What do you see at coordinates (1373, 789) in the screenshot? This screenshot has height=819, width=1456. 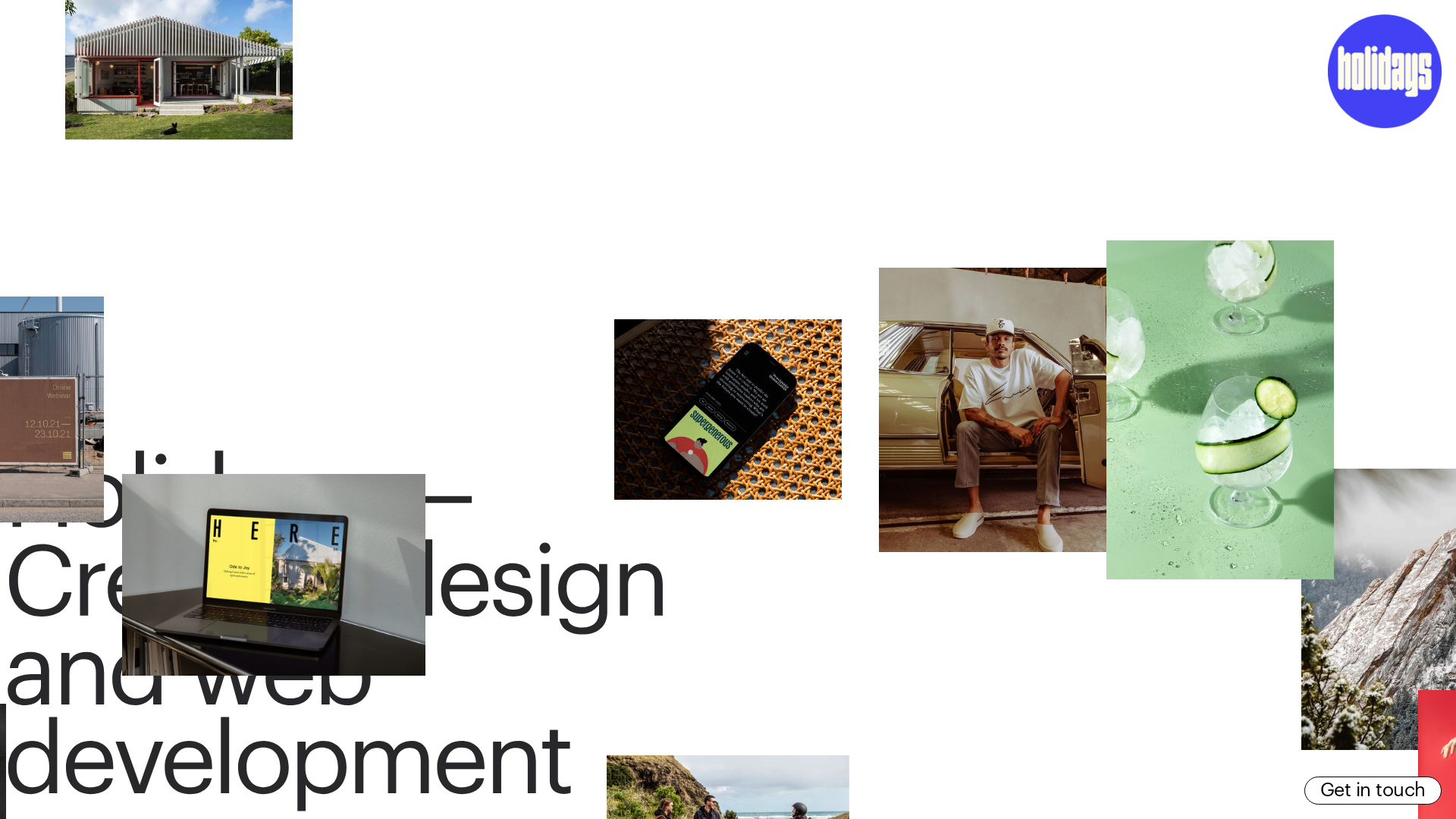 I see `'Get in touch'` at bounding box center [1373, 789].